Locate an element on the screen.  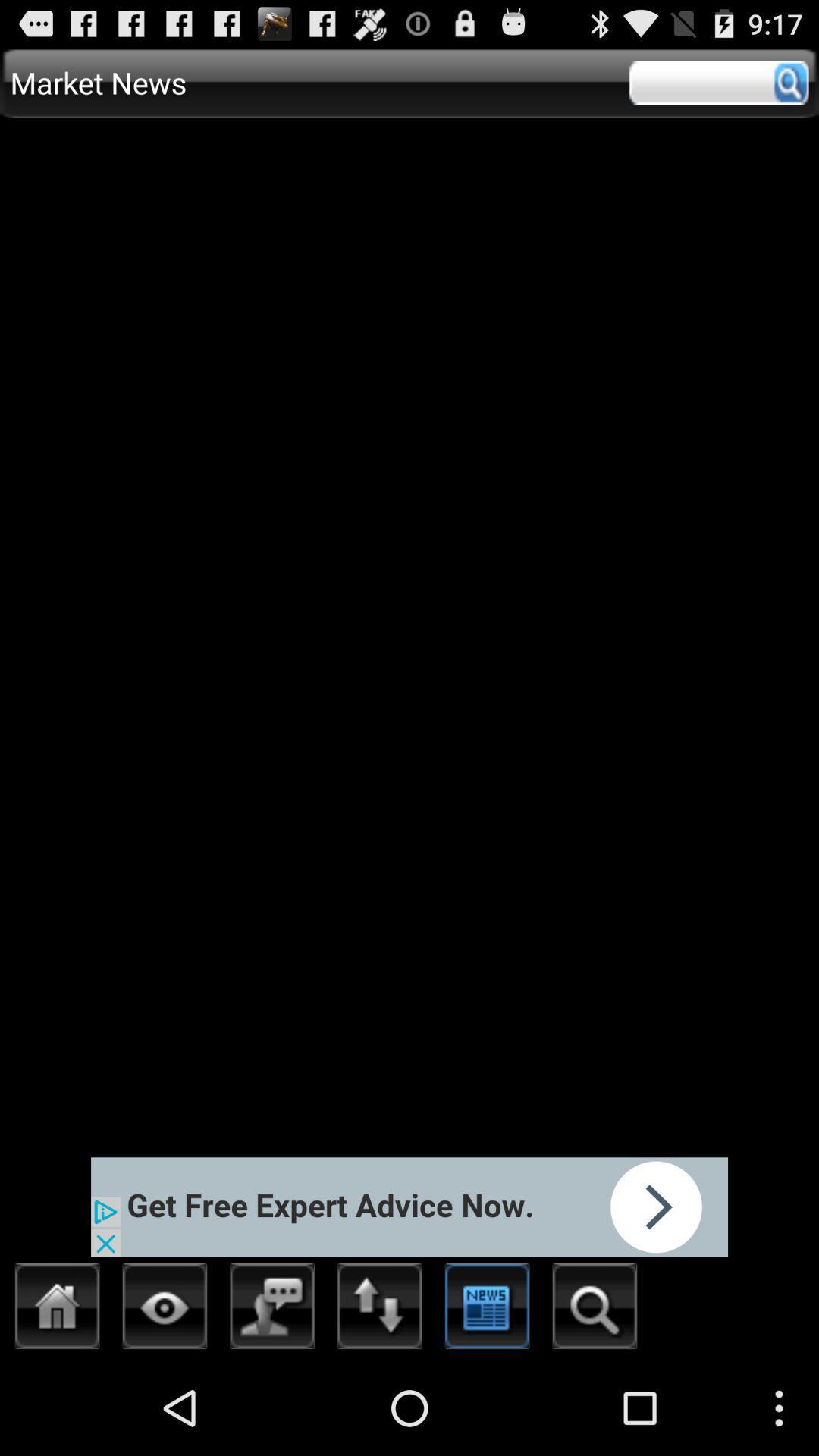
the home icon is located at coordinates (57, 1401).